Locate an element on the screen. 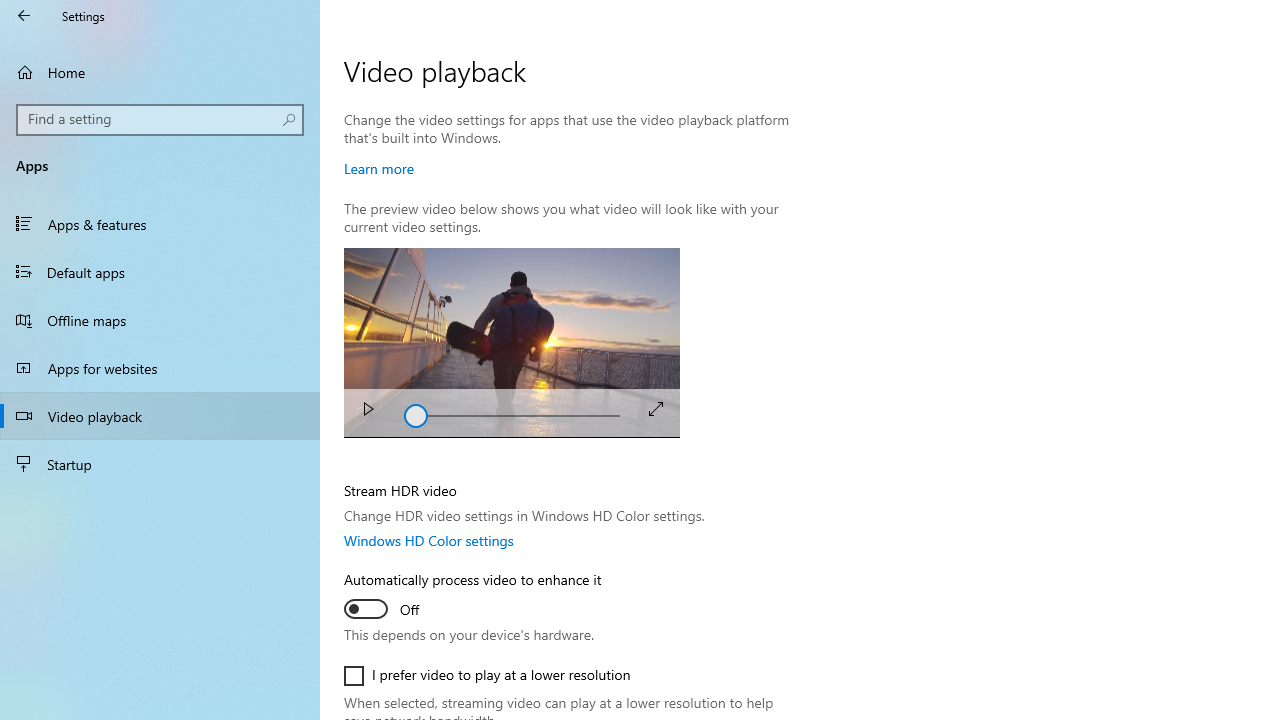  'Apps for websites' is located at coordinates (160, 367).